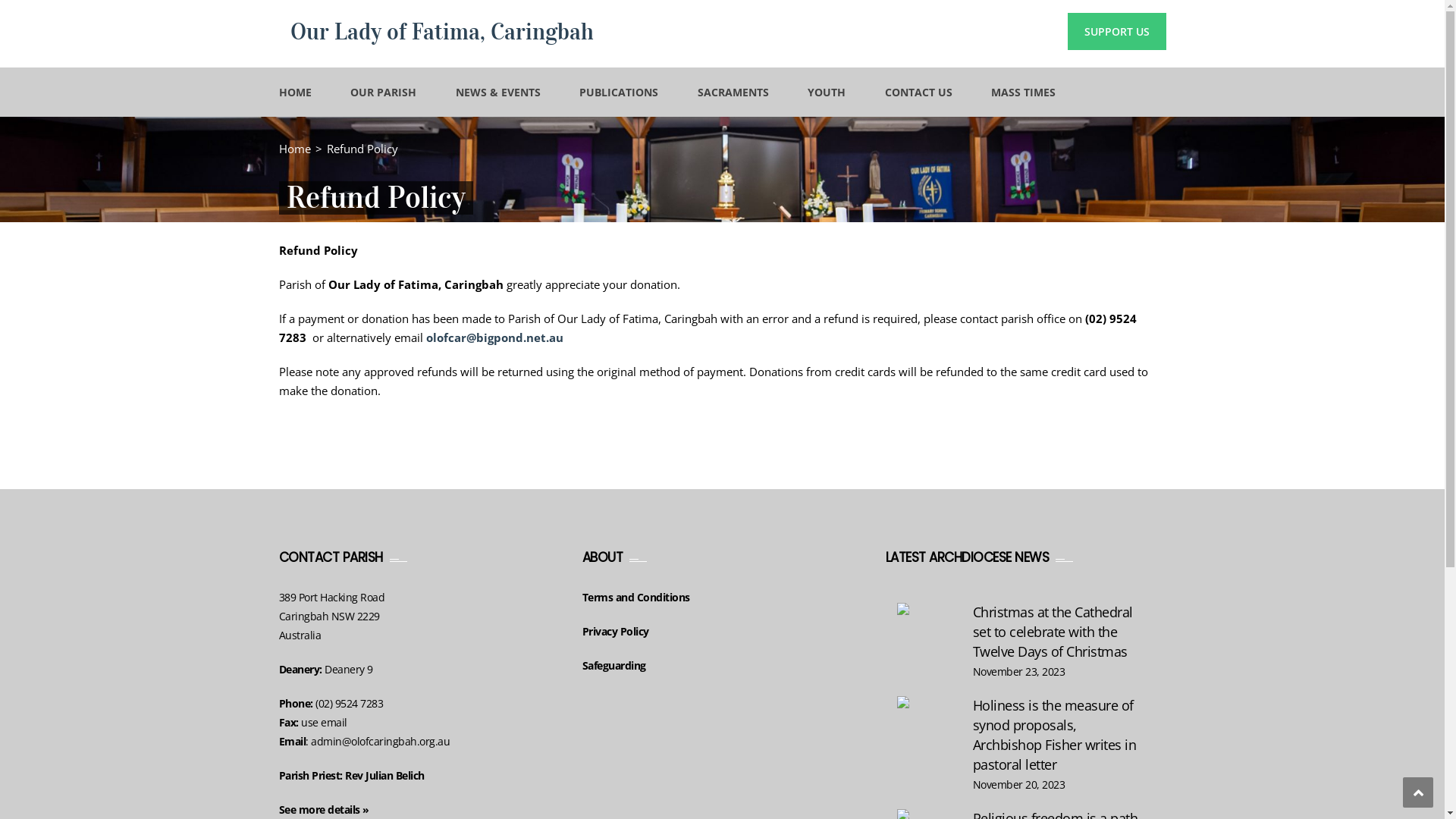 This screenshot has height=819, width=1456. I want to click on 'Safeguarding', so click(614, 664).